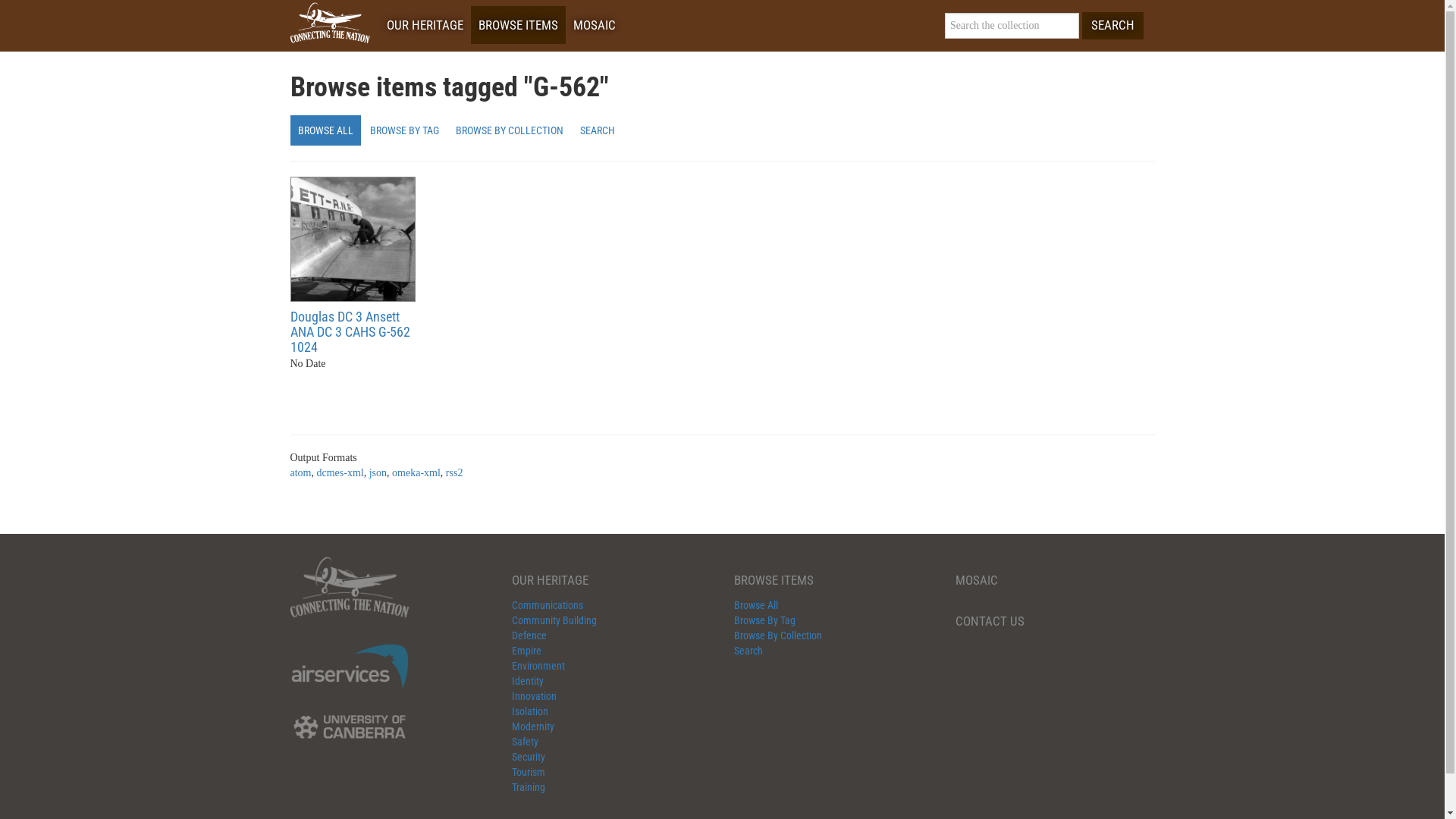 The image size is (1456, 819). I want to click on 'Security', so click(528, 757).